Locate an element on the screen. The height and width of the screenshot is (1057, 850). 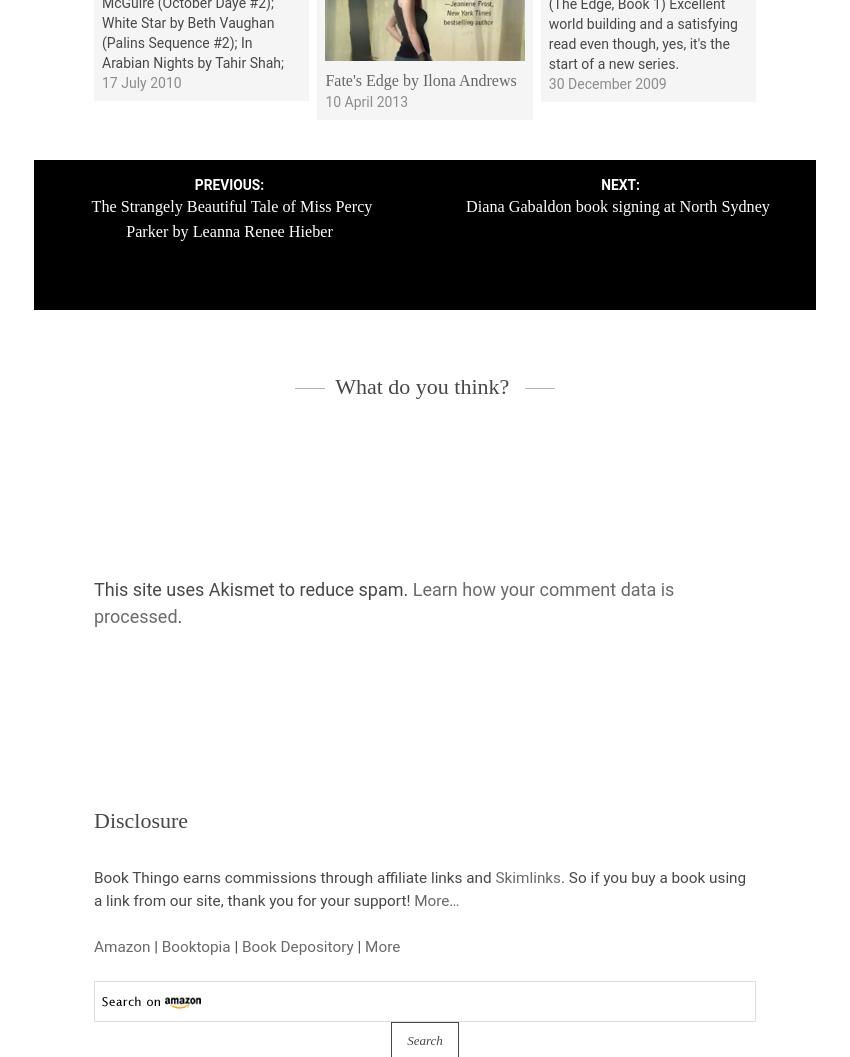
'Book Thingo earns commissions through affiliate links and' is located at coordinates (293, 875).